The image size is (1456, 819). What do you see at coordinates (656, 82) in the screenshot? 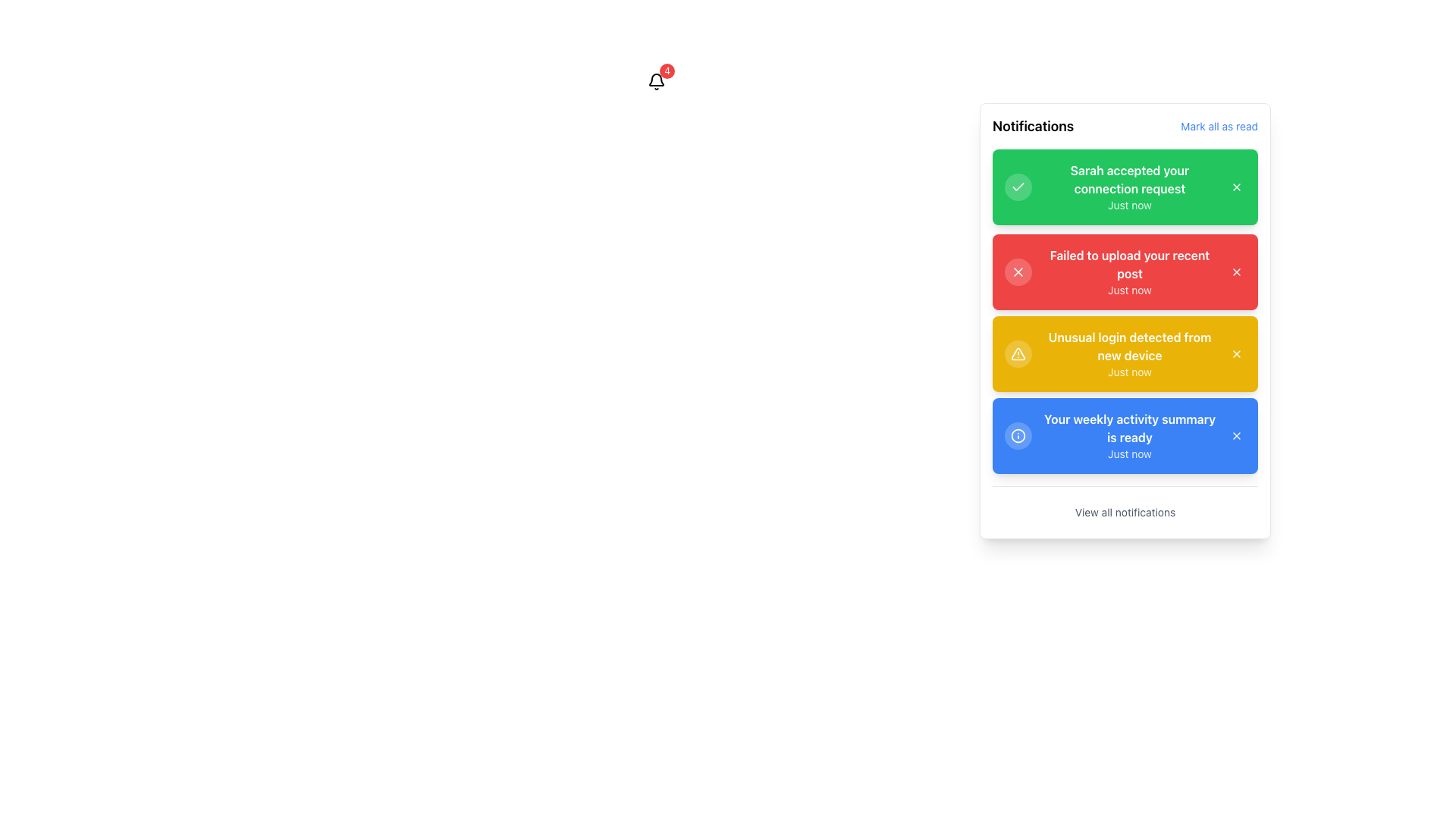
I see `the interactive notification bell icon with a red badge displaying '4'` at bounding box center [656, 82].